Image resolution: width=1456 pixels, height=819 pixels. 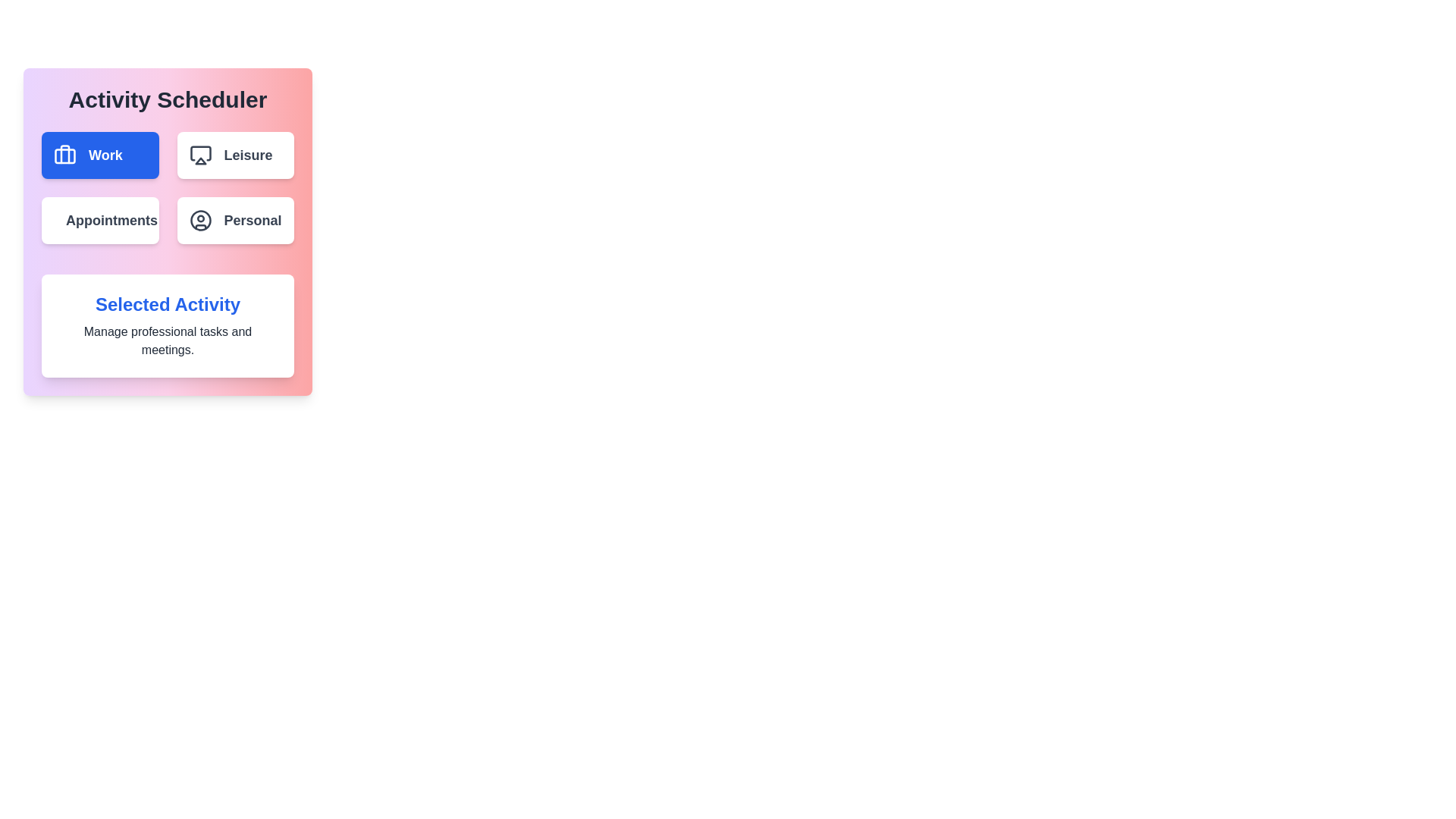 What do you see at coordinates (253, 220) in the screenshot?
I see `text 'Personal' located in the button UI component positioned in the second row, second column of the grid layout` at bounding box center [253, 220].